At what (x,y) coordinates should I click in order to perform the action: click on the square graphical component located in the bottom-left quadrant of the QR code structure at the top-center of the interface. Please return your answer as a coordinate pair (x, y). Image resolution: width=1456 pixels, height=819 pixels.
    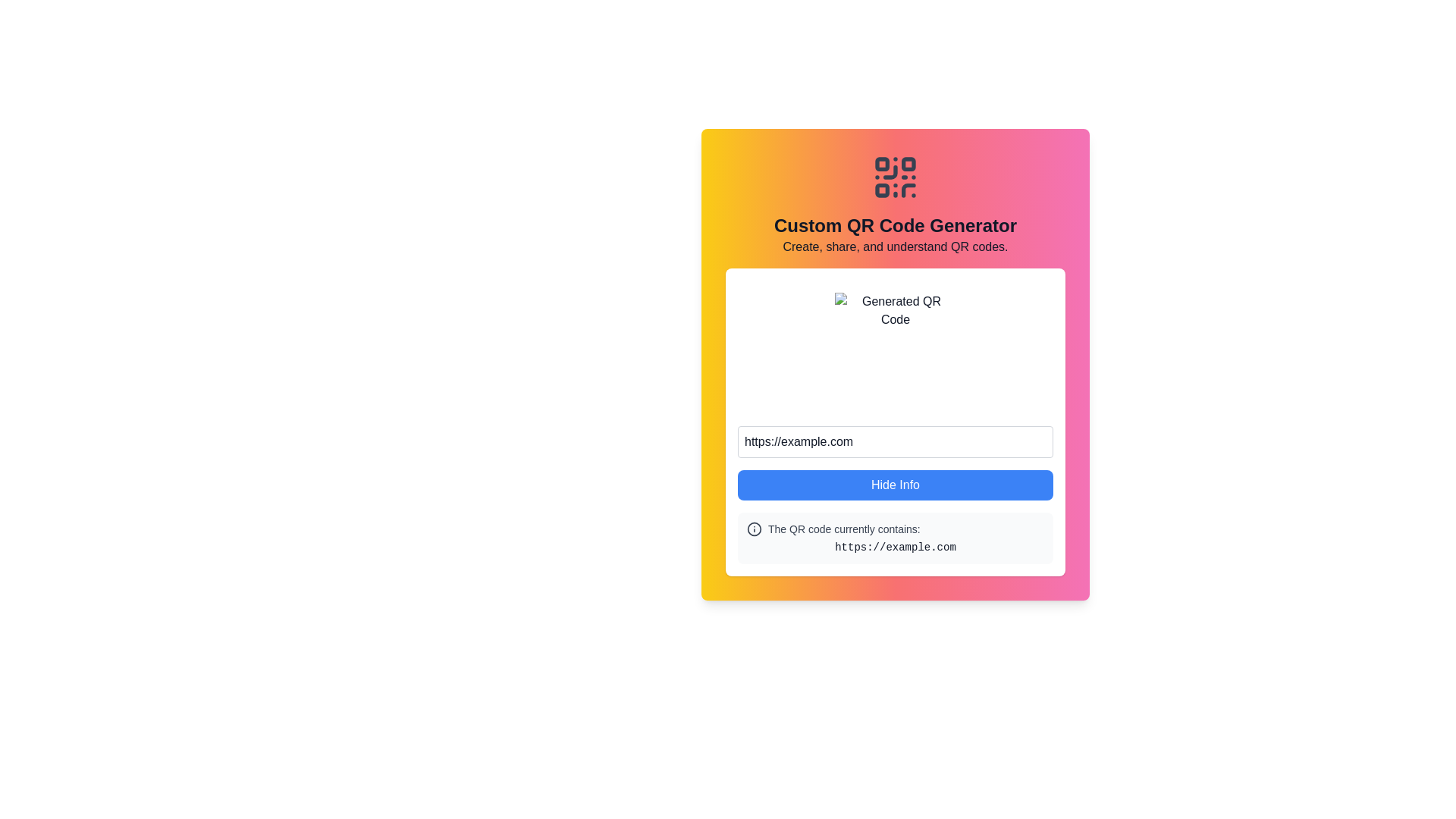
    Looking at the image, I should click on (882, 190).